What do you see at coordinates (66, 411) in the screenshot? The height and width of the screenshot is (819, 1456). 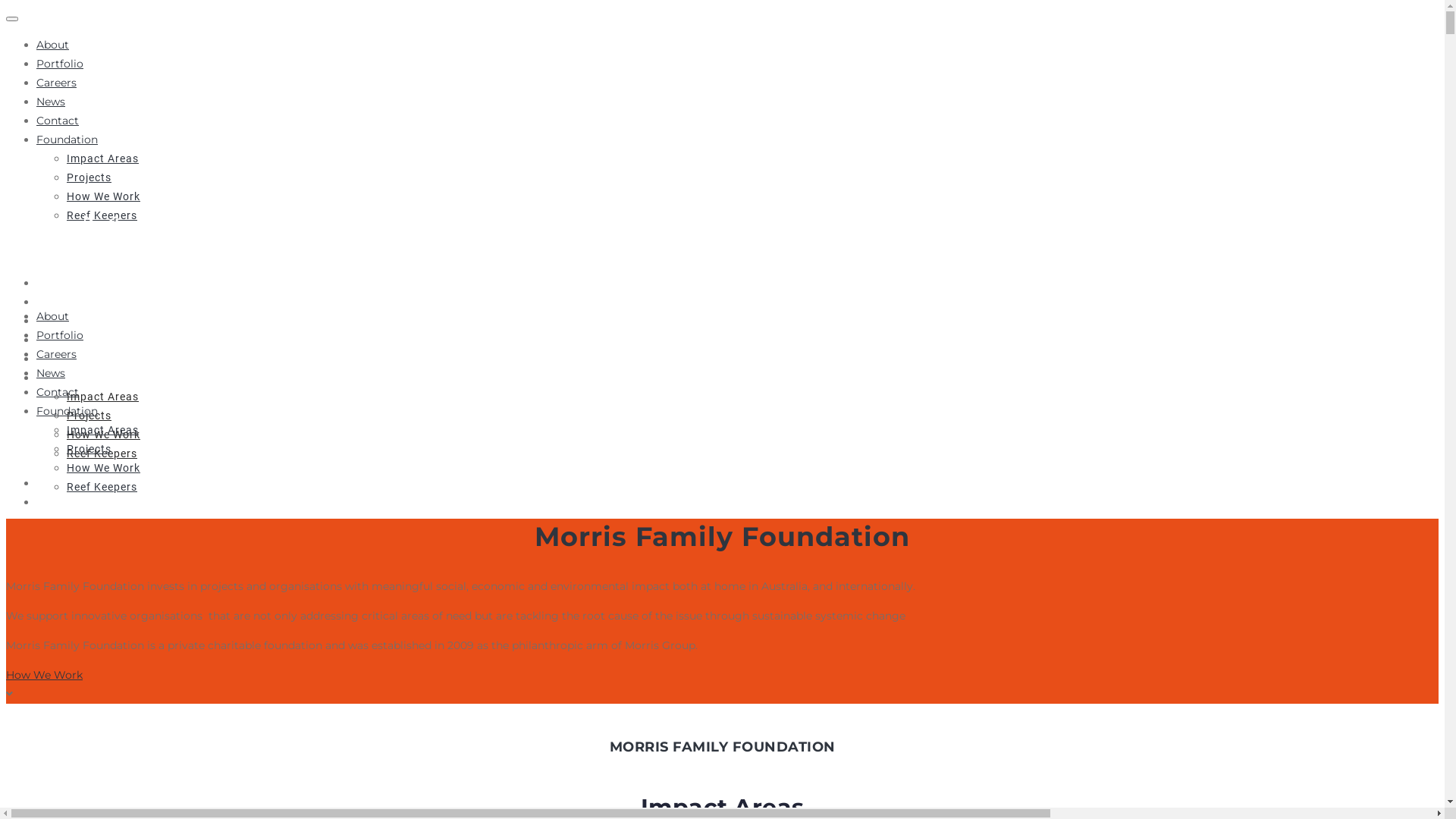 I see `'Foundation'` at bounding box center [66, 411].